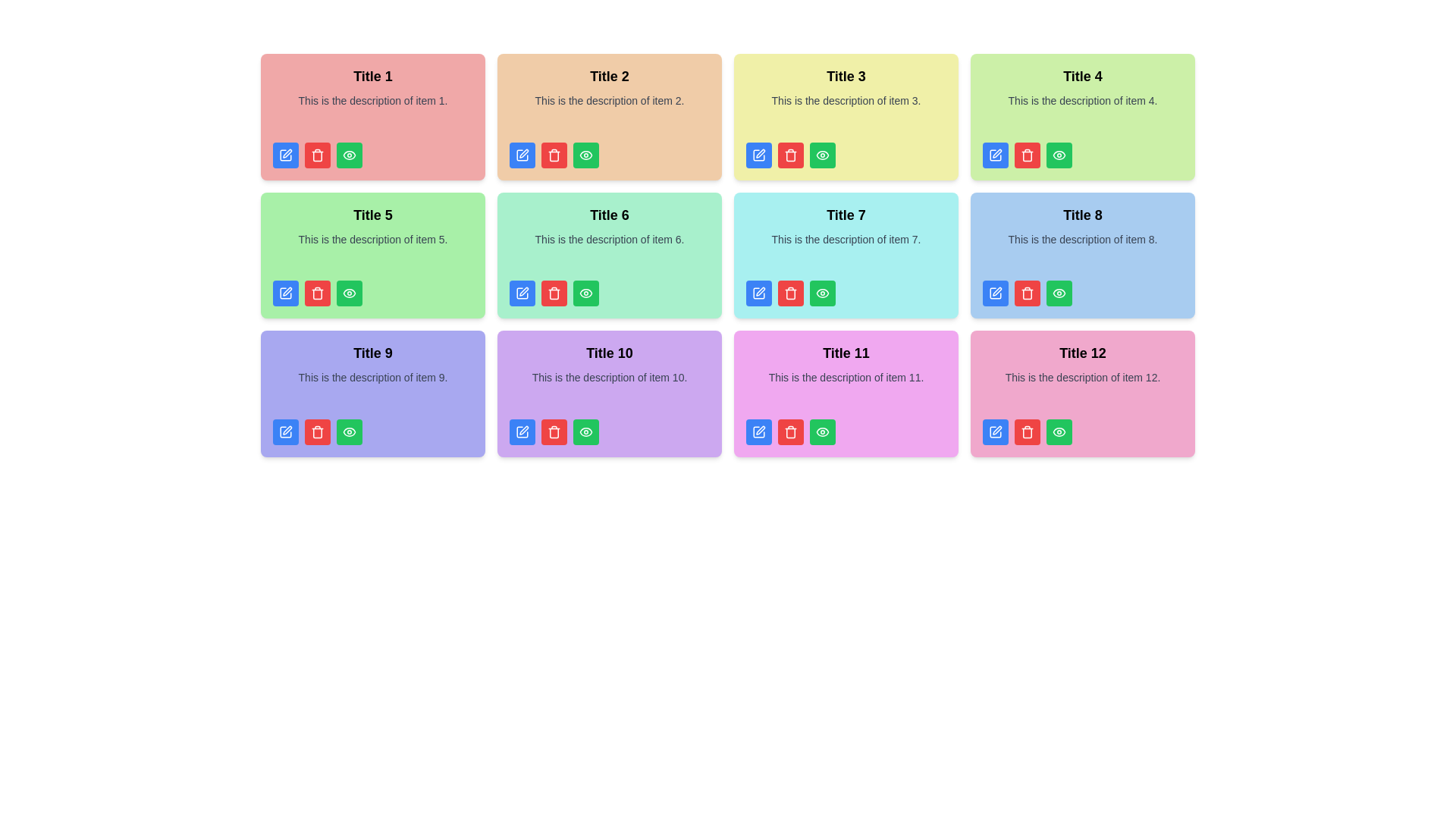  I want to click on the blue square button with a pencil icon located under 'Title 6' for accessibility purposes, so click(522, 293).